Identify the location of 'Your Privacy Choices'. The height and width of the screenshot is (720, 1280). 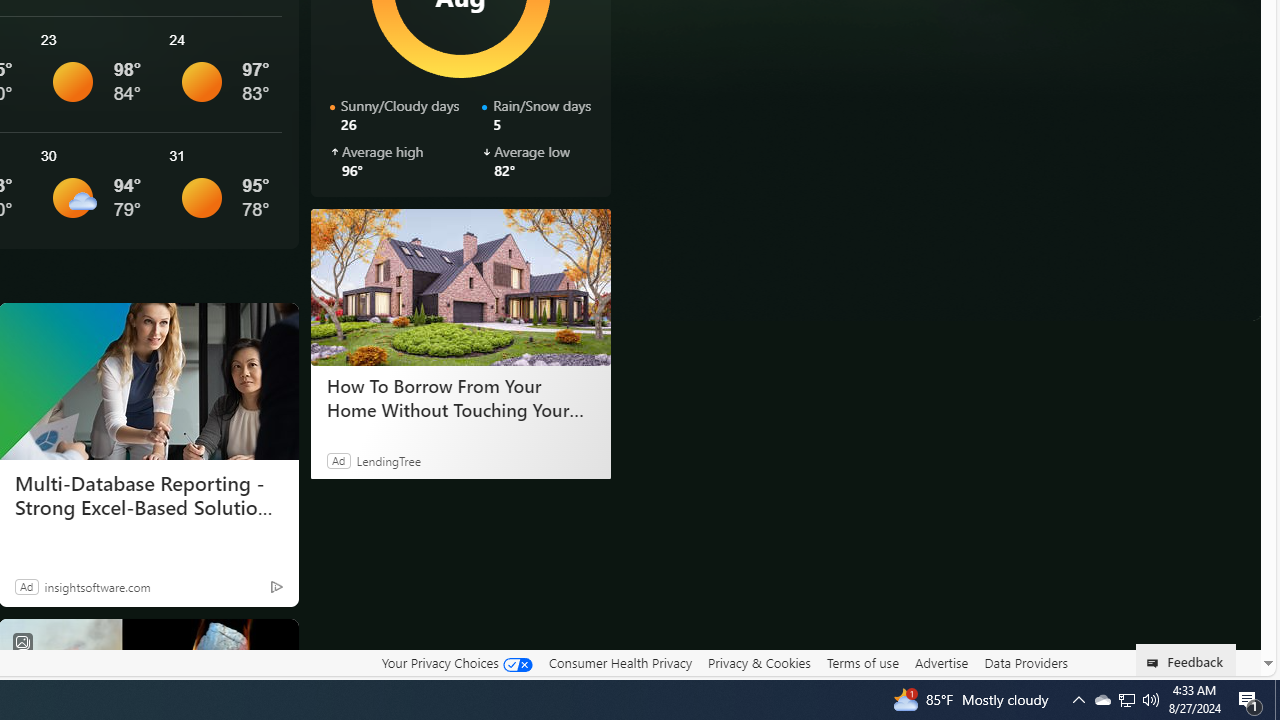
(455, 663).